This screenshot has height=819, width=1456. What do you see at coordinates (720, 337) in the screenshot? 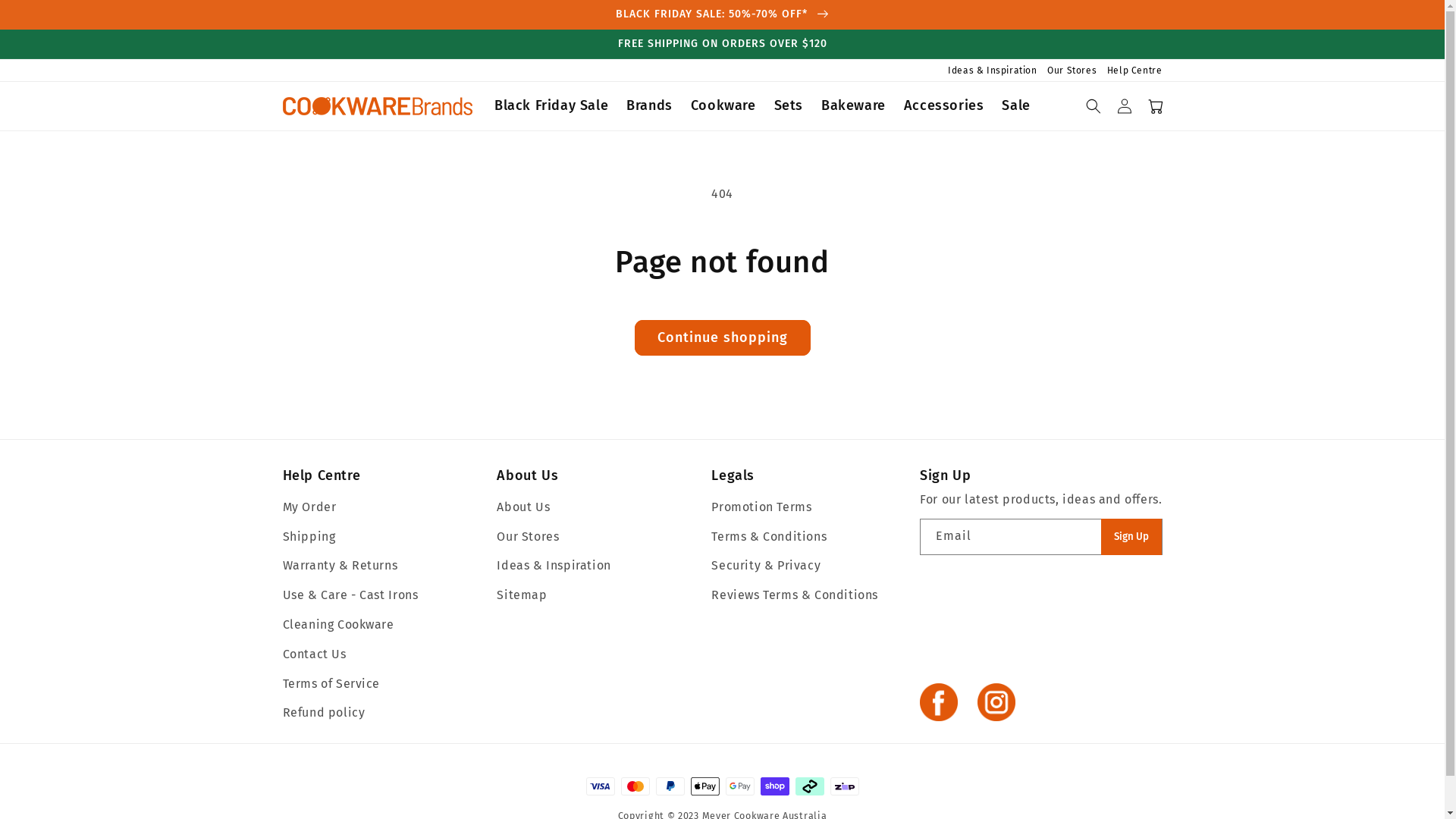
I see `'Continue shopping'` at bounding box center [720, 337].